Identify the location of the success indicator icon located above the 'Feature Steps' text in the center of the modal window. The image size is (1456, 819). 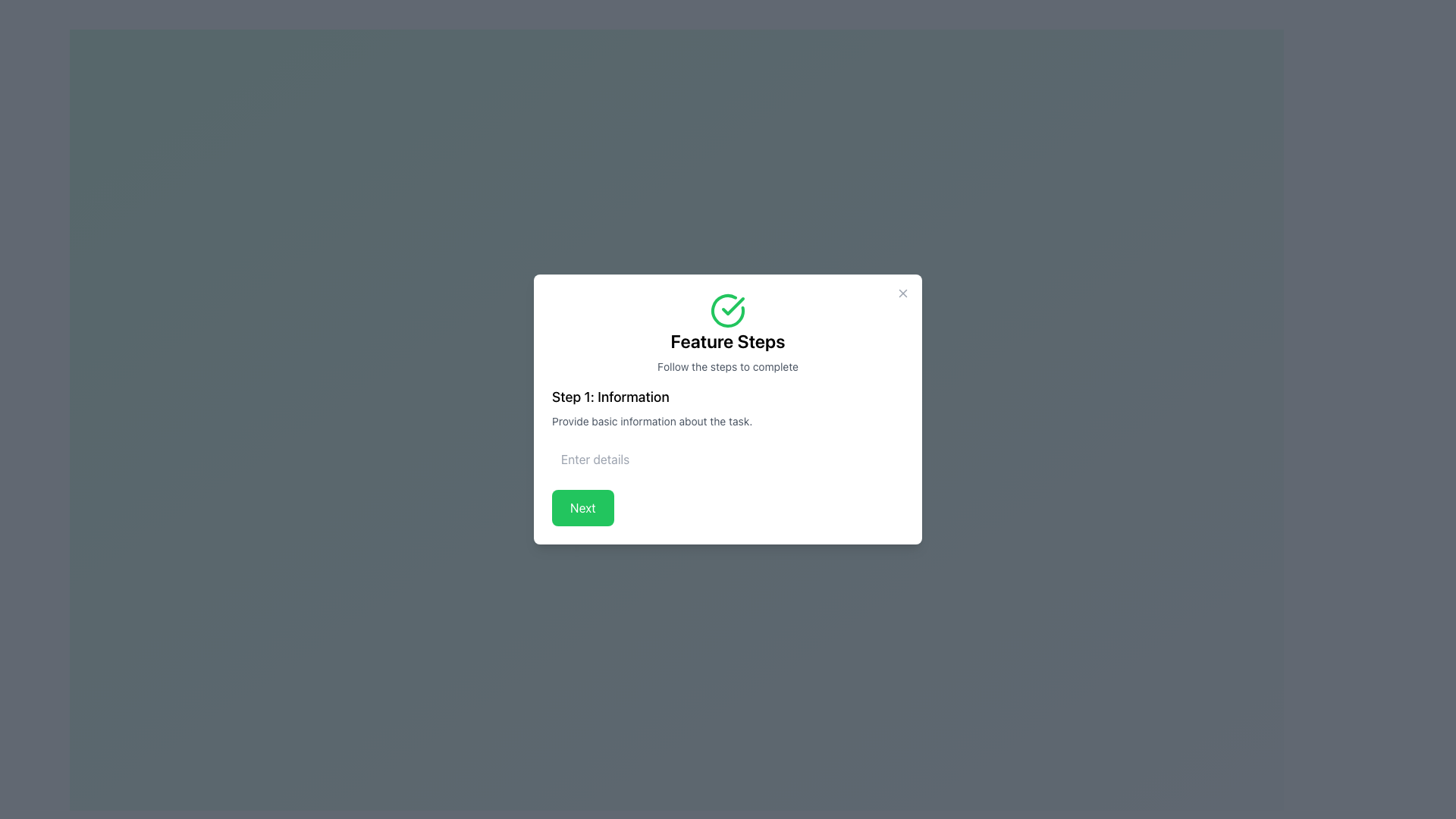
(728, 309).